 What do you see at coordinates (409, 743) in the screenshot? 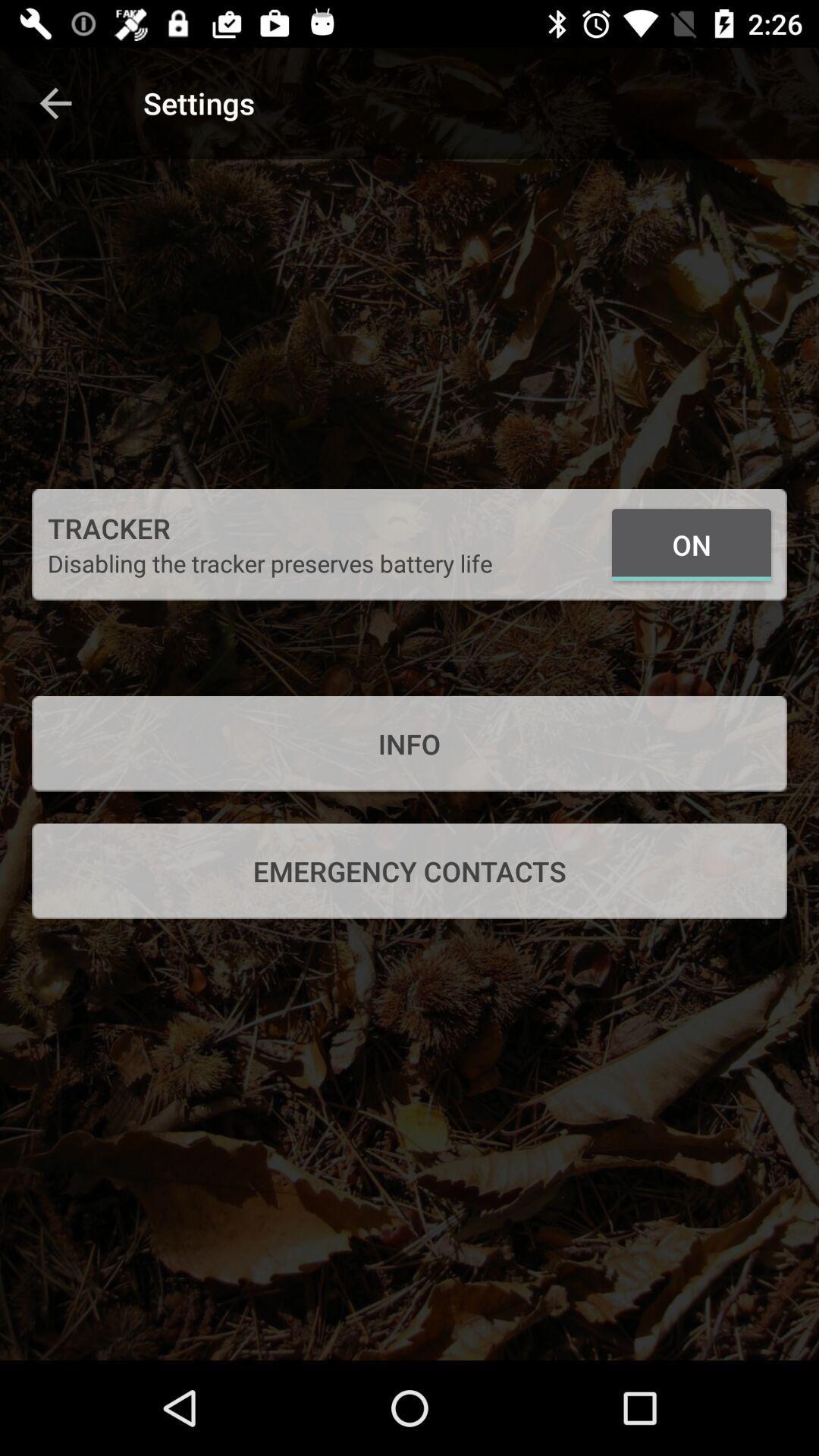
I see `icon below on item` at bounding box center [409, 743].